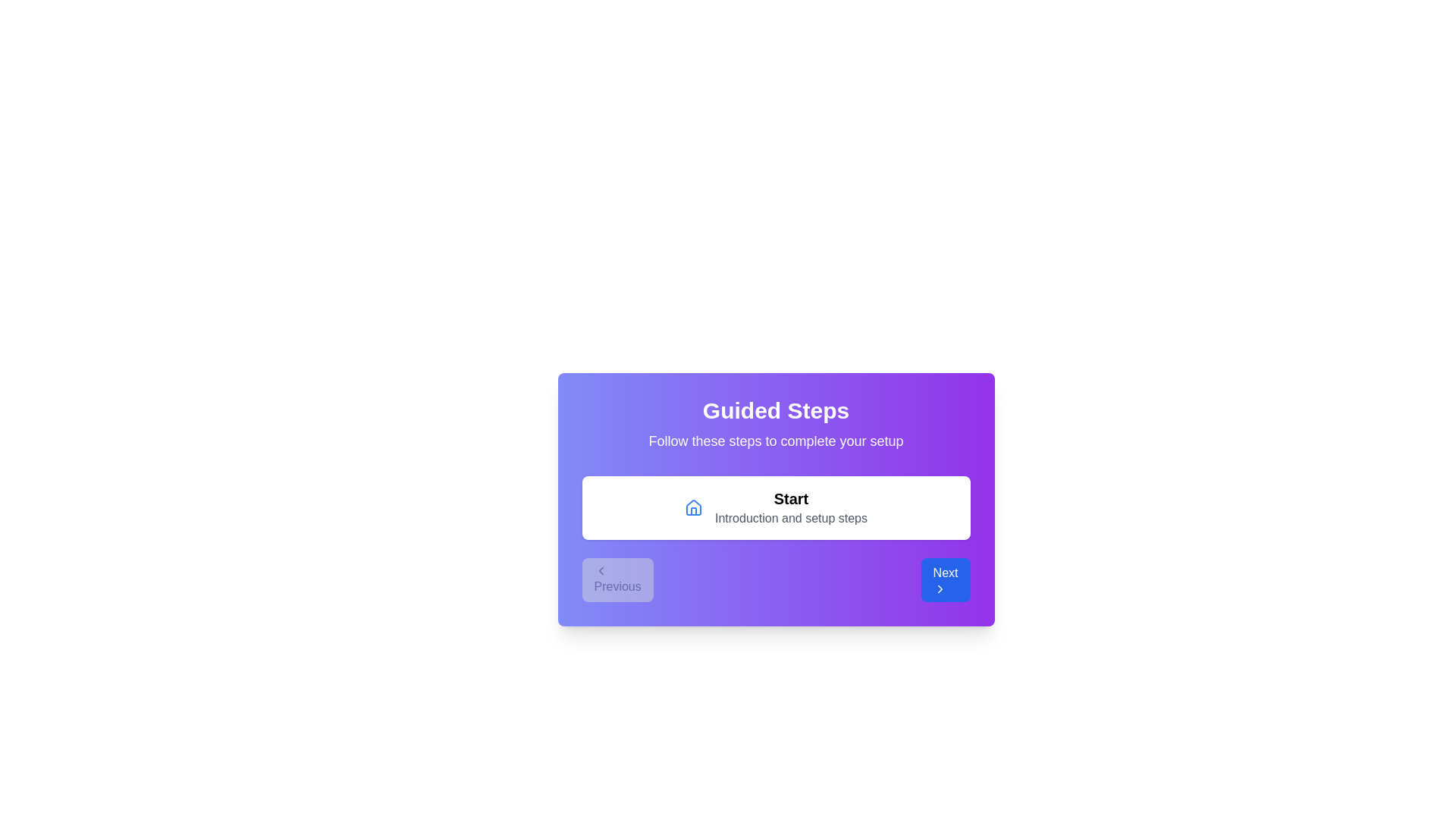  I want to click on the chevron icon within the blue 'Next' button at the bottom-right corner of the interface, so click(939, 588).